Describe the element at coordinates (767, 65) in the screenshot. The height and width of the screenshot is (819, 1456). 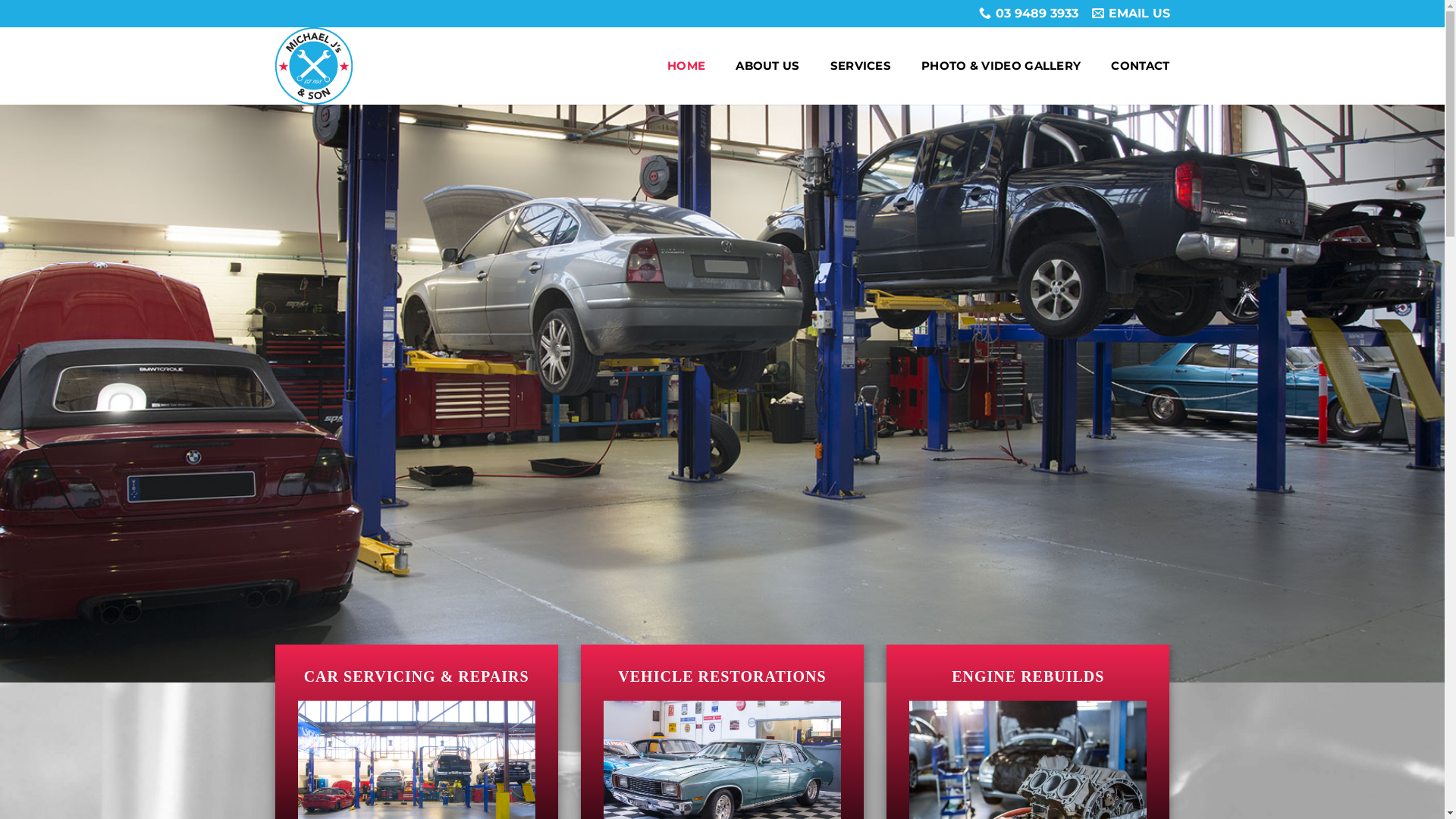
I see `'ABOUT US'` at that location.